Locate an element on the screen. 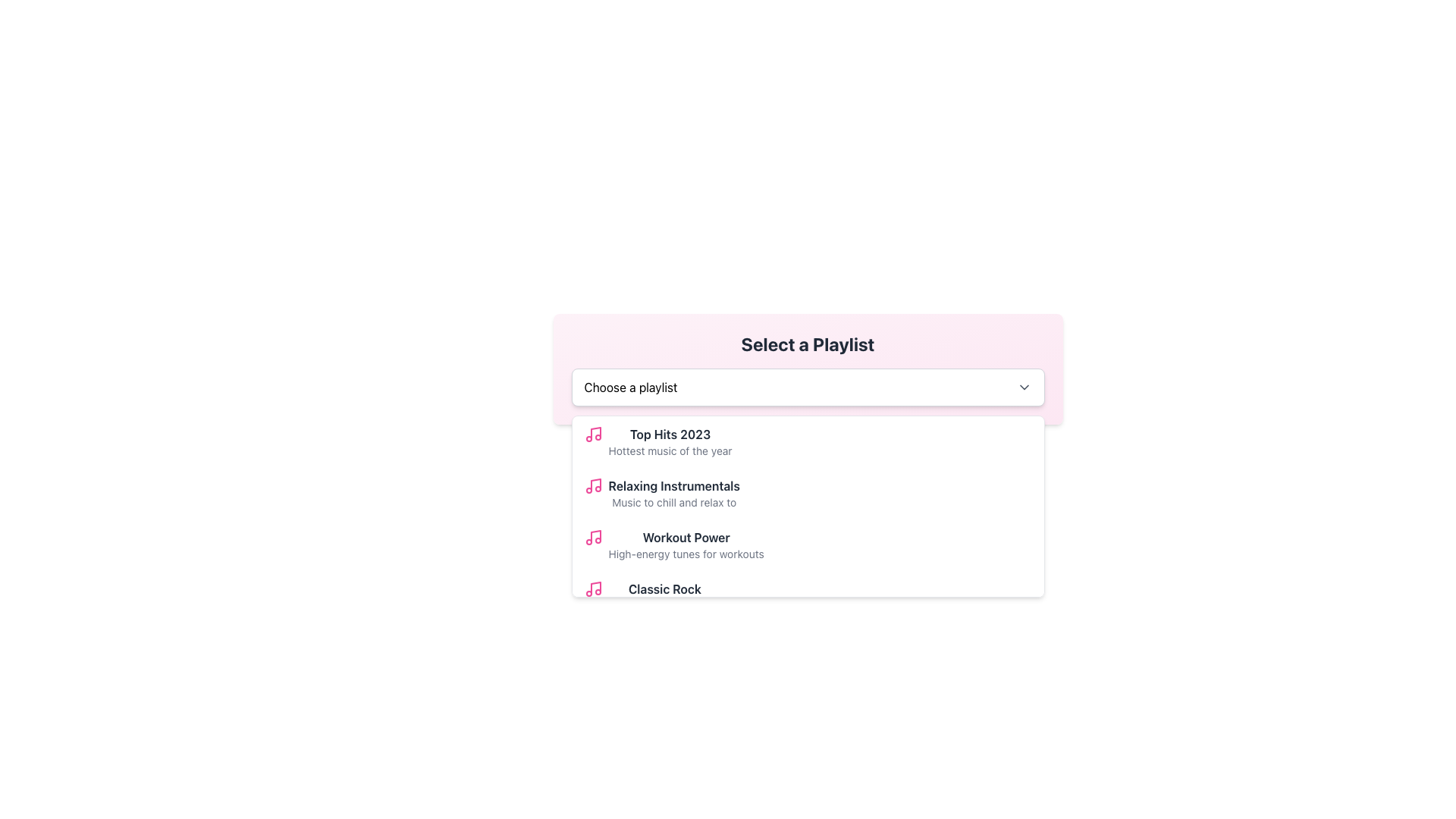 This screenshot has width=1456, height=819. the icon representing the playlist entry titled 'Relaxing Instrumentals' is located at coordinates (595, 485).